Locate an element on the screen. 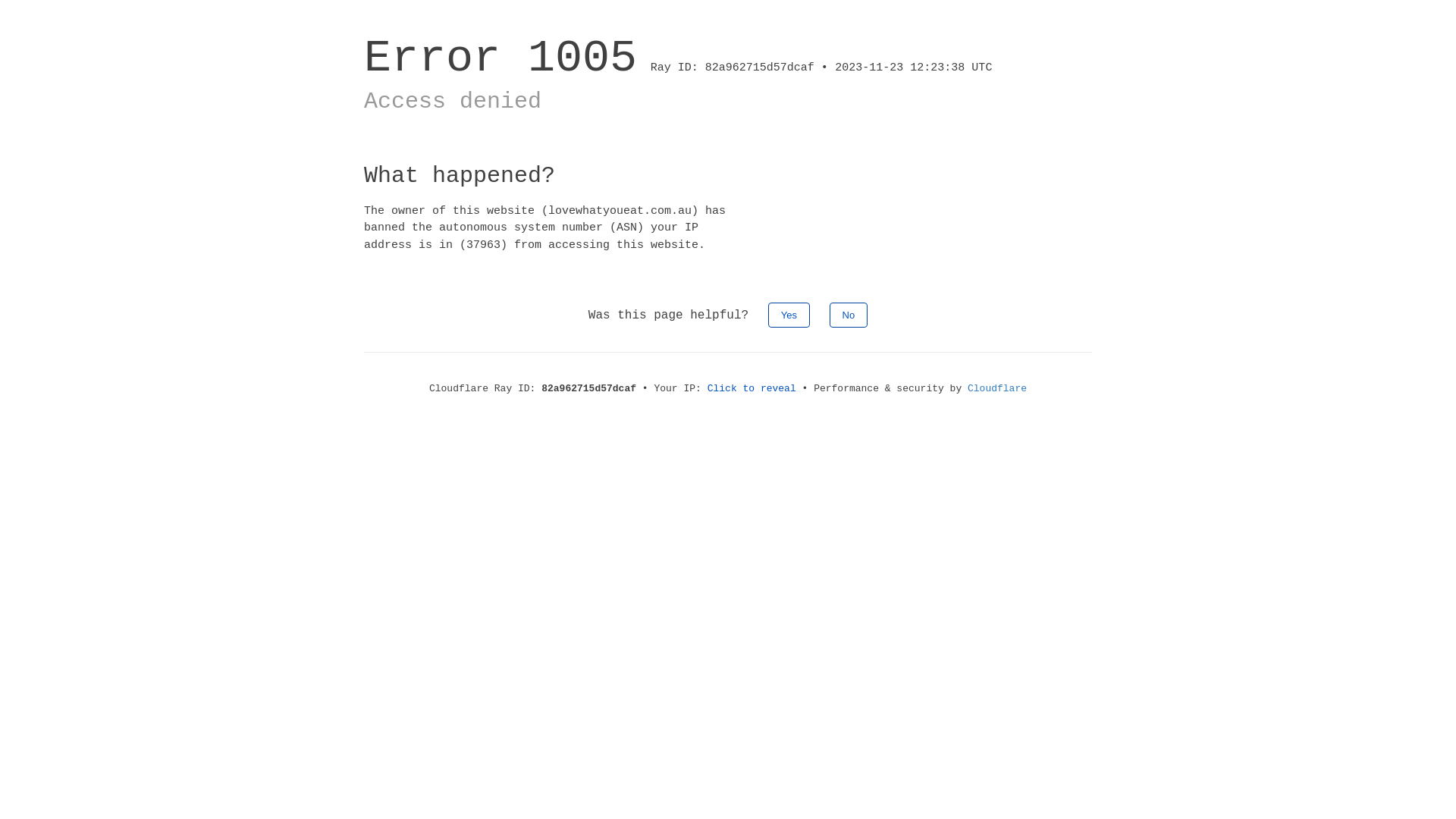  'Yes' is located at coordinates (767, 314).